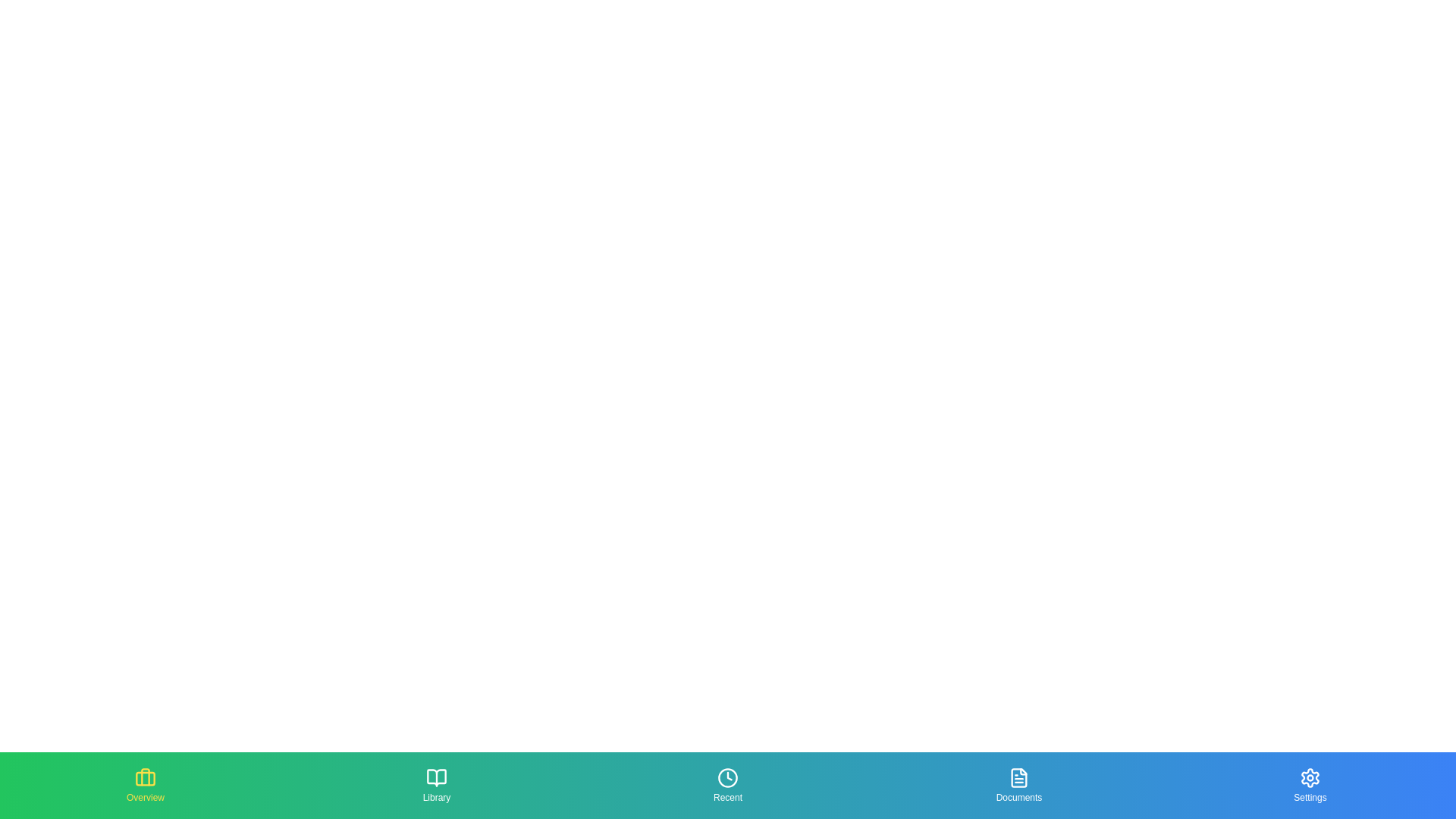  Describe the element at coordinates (146, 785) in the screenshot. I see `the button corresponding to the Overview section` at that location.